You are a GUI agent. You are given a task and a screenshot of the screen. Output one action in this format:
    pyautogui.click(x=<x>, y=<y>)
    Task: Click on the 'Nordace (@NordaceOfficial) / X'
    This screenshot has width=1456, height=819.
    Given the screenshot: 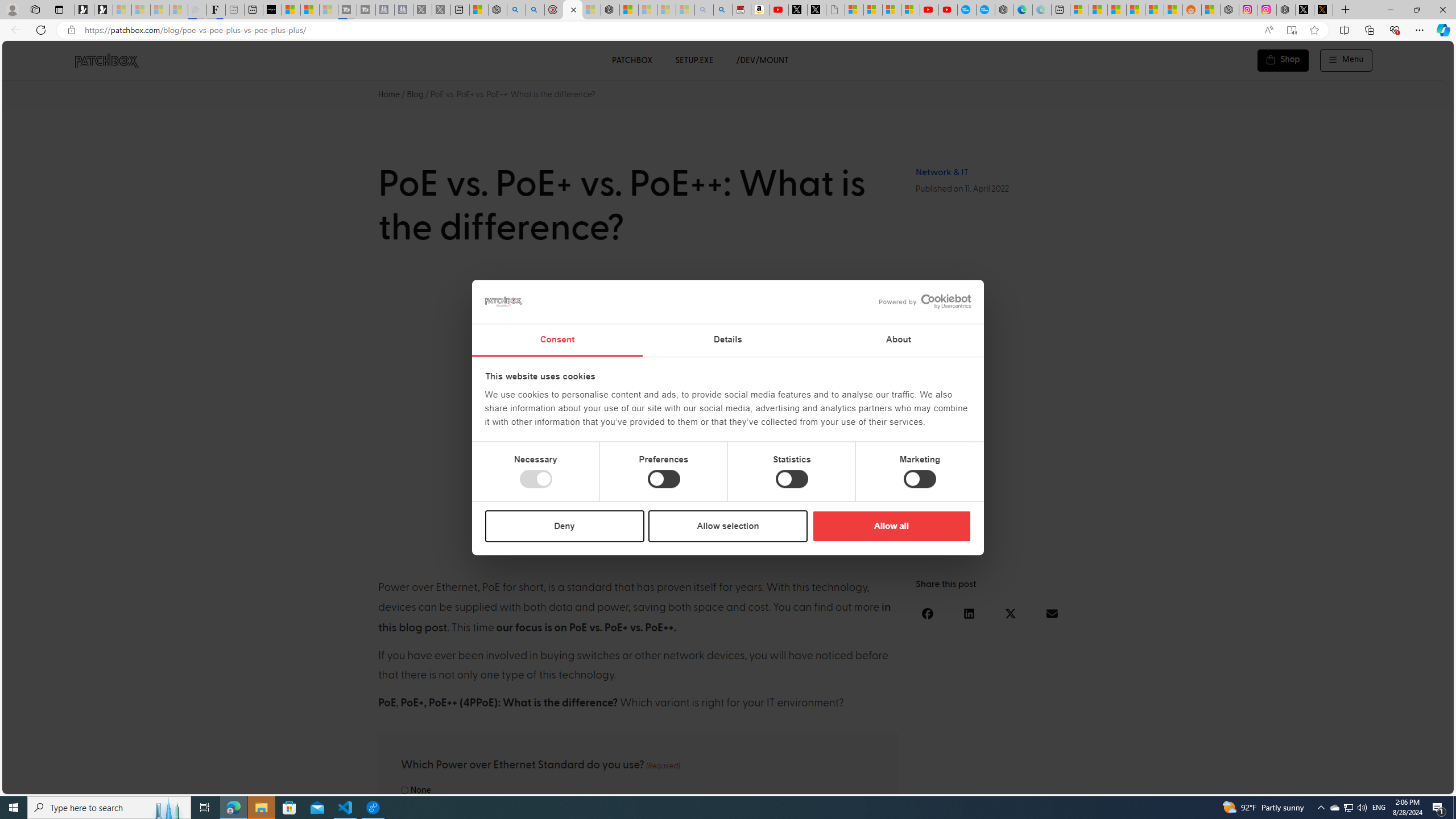 What is the action you would take?
    pyautogui.click(x=1304, y=9)
    